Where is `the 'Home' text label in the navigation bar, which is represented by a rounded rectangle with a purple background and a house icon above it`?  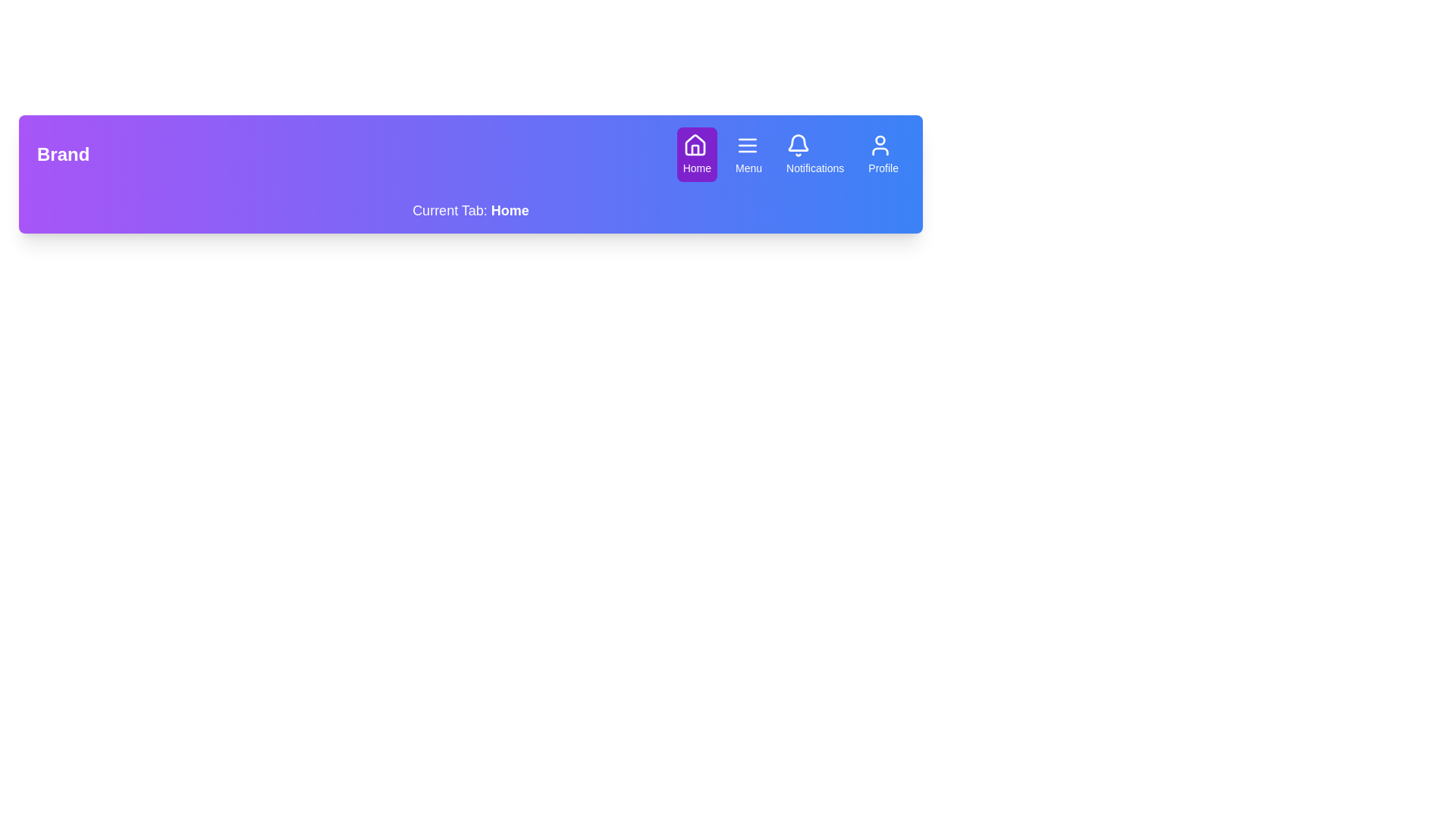 the 'Home' text label in the navigation bar, which is represented by a rounded rectangle with a purple background and a house icon above it is located at coordinates (696, 168).